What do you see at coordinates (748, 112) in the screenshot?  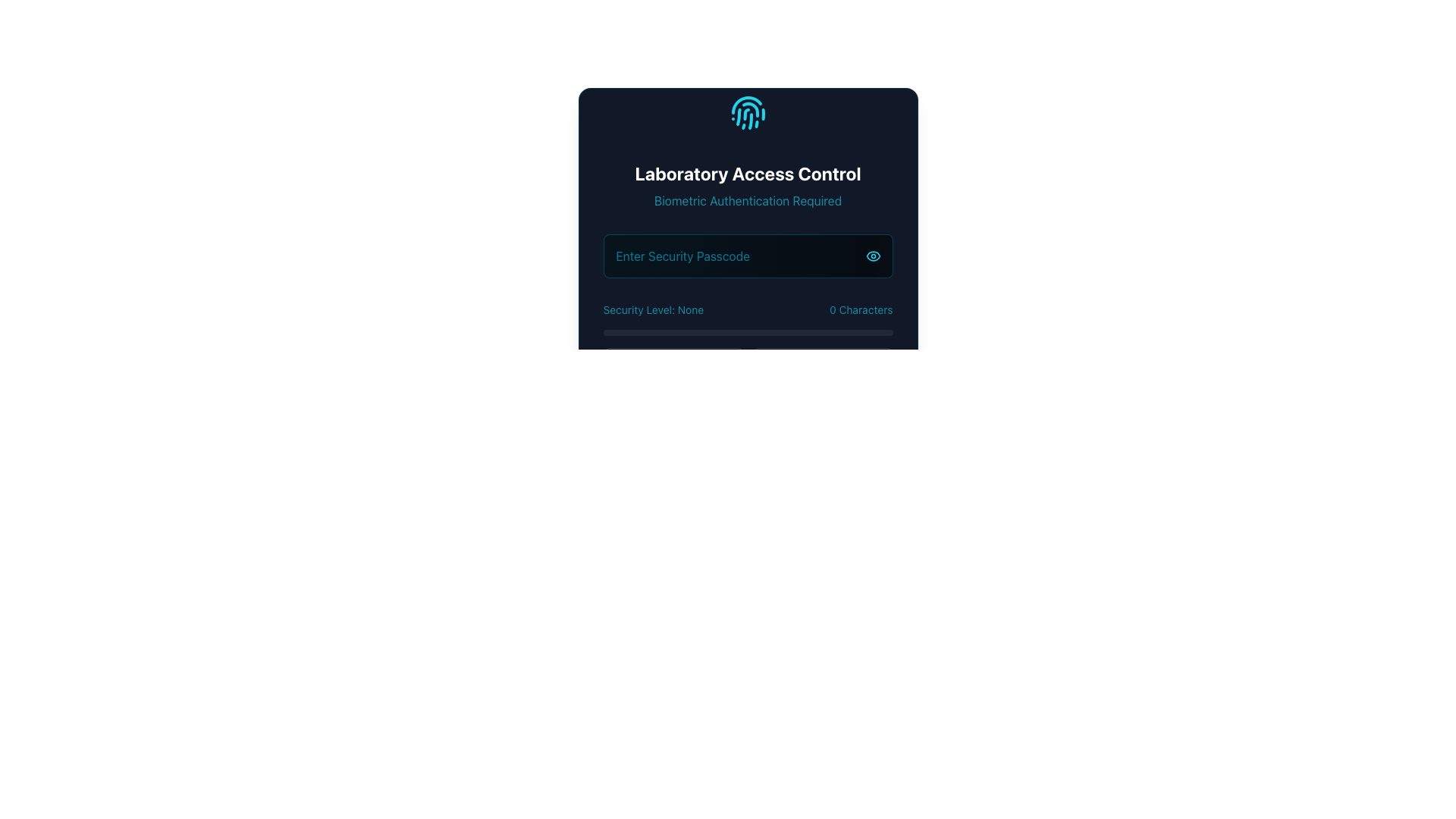 I see `the visual highlight or focus ring for the fingerprint icon, which is positioned at the top-center of the interface panel, above the 'Laboratory Access Control' text` at bounding box center [748, 112].